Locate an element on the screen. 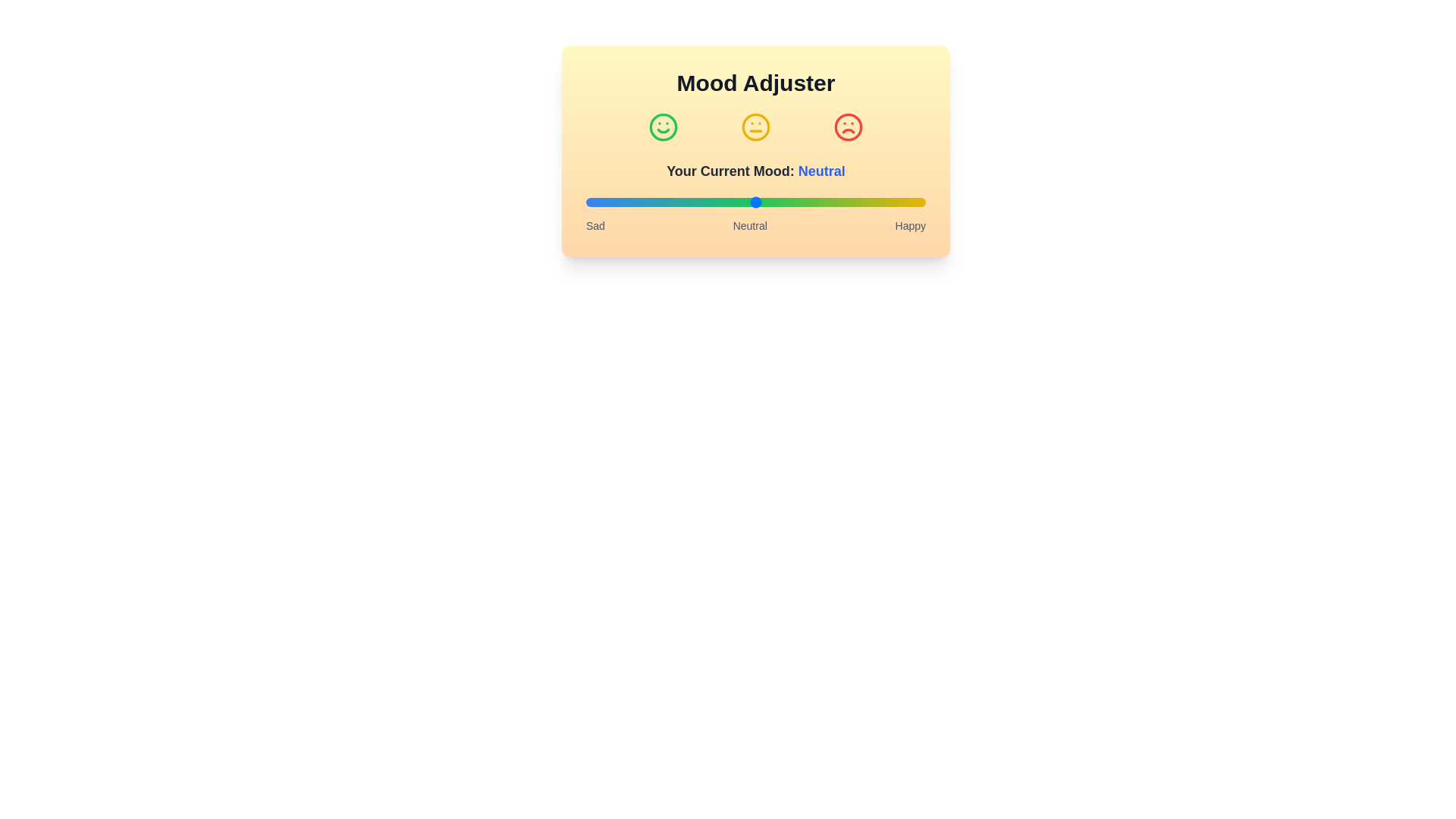 This screenshot has height=819, width=1456. the mood slider to set the mood to 20% is located at coordinates (654, 201).